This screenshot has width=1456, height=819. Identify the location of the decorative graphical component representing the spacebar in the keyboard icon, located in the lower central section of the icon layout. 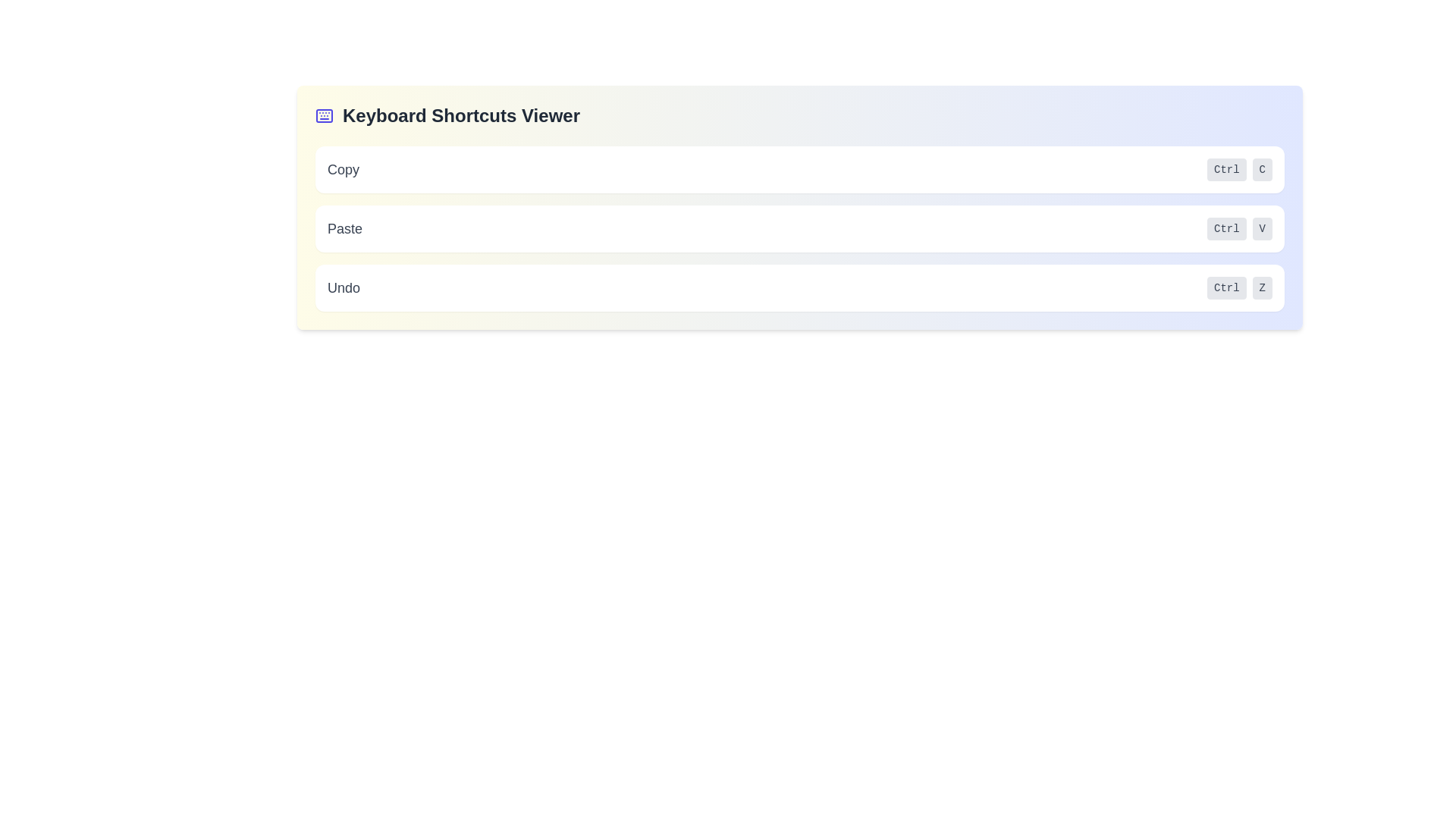
(323, 115).